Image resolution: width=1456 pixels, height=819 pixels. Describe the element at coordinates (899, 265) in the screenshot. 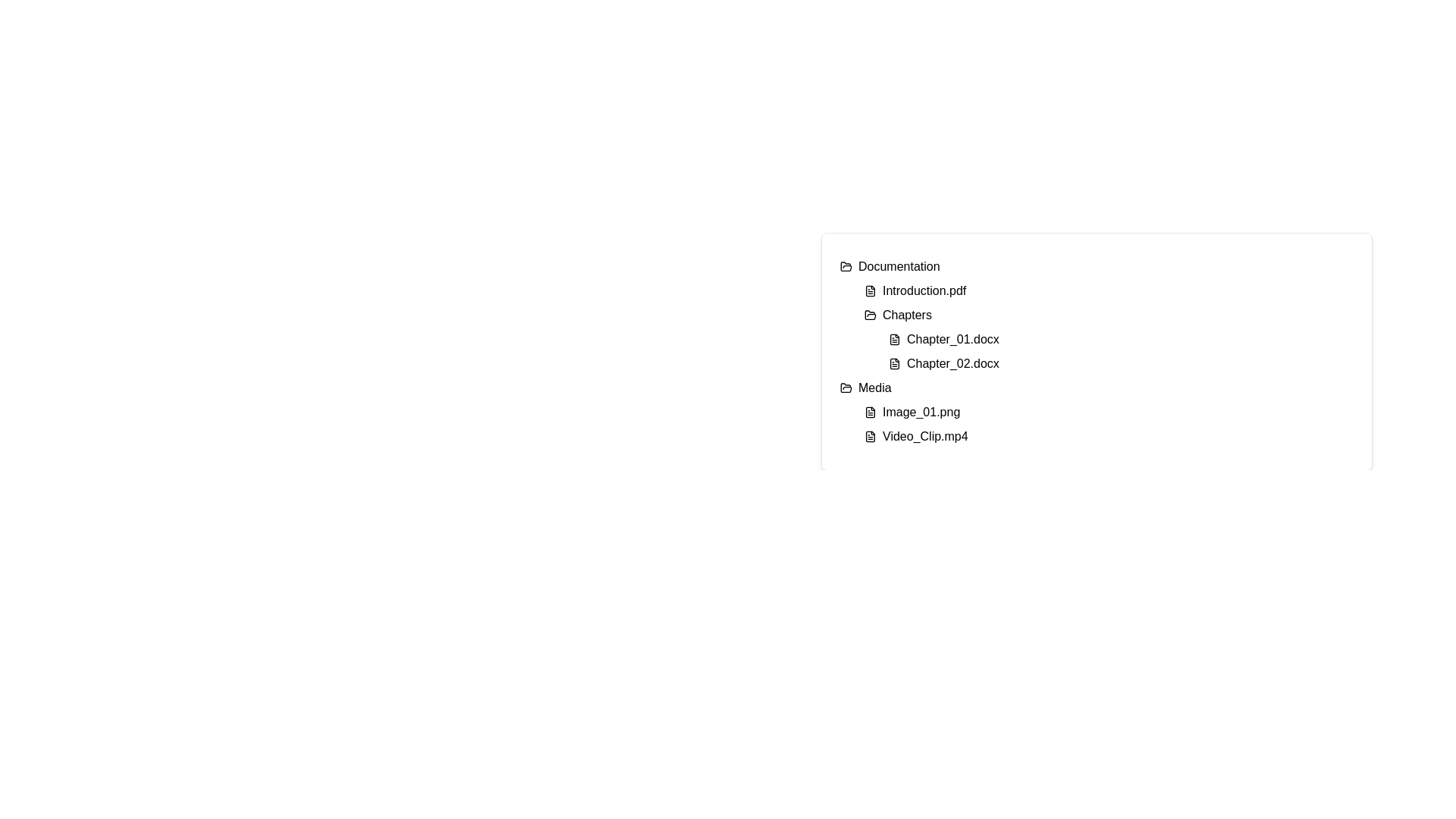

I see `text of the Static Text Label that reads 'Documentation', which is positioned to the right of the folder icon in the tab section of the document structure list` at that location.